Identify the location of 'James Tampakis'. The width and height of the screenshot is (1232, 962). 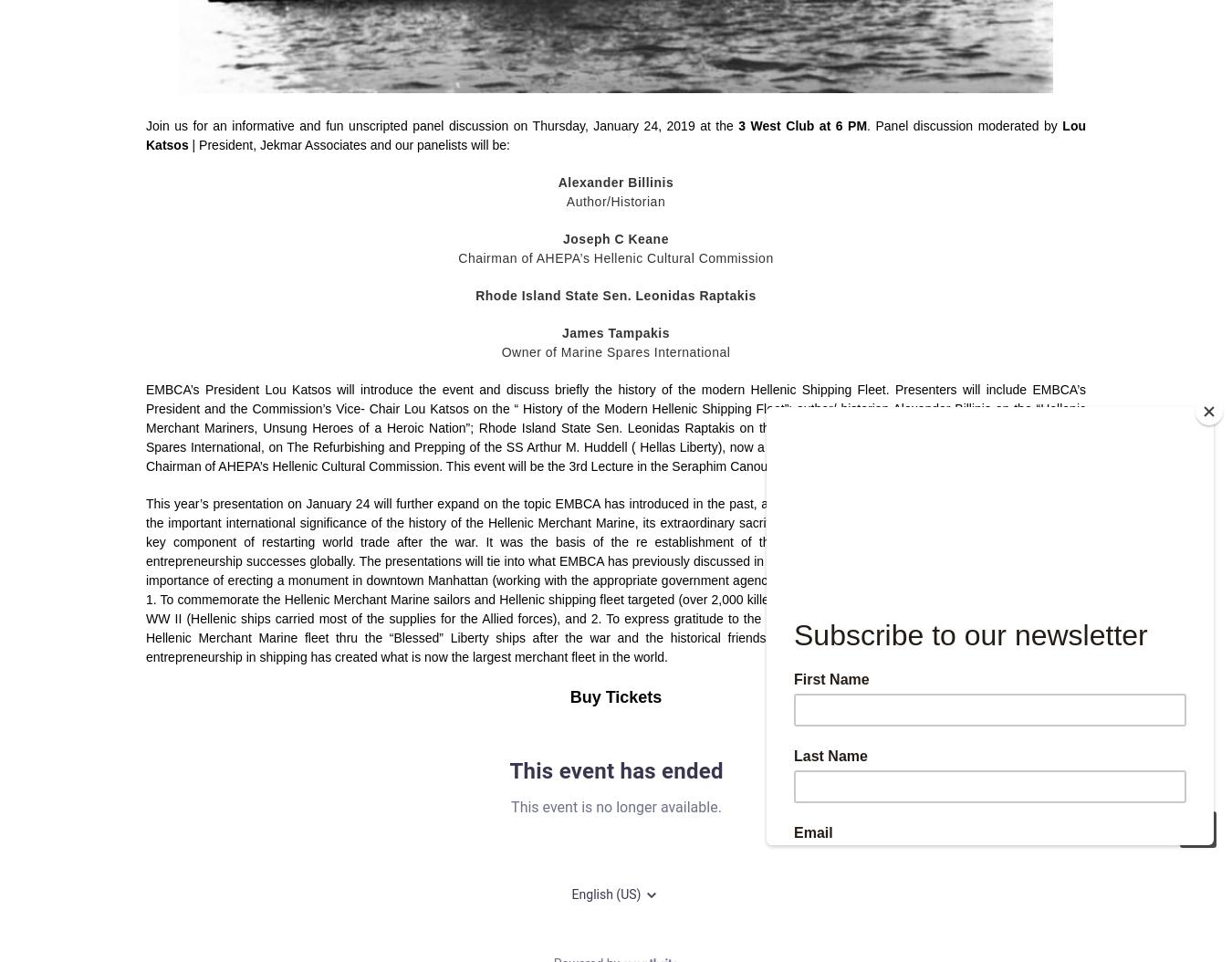
(615, 332).